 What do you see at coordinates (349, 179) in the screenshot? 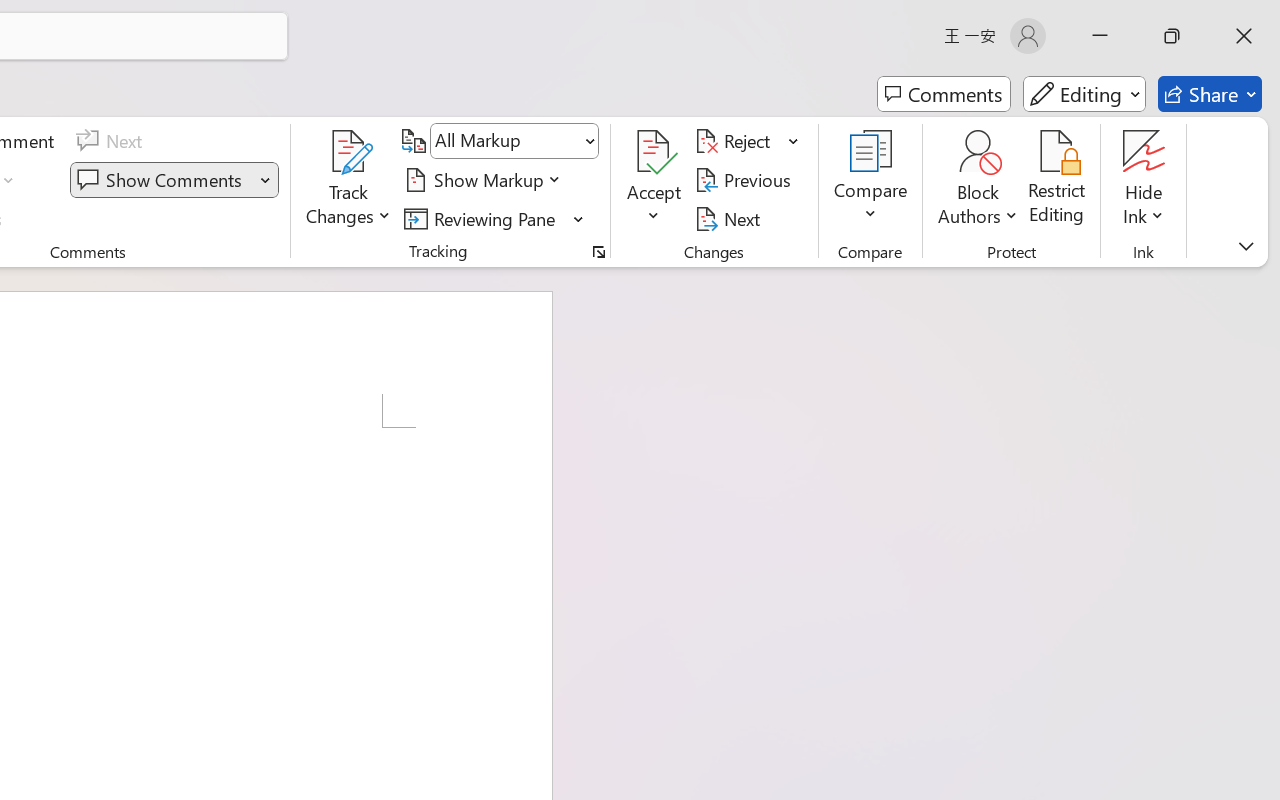
I see `'Track Changes'` at bounding box center [349, 179].